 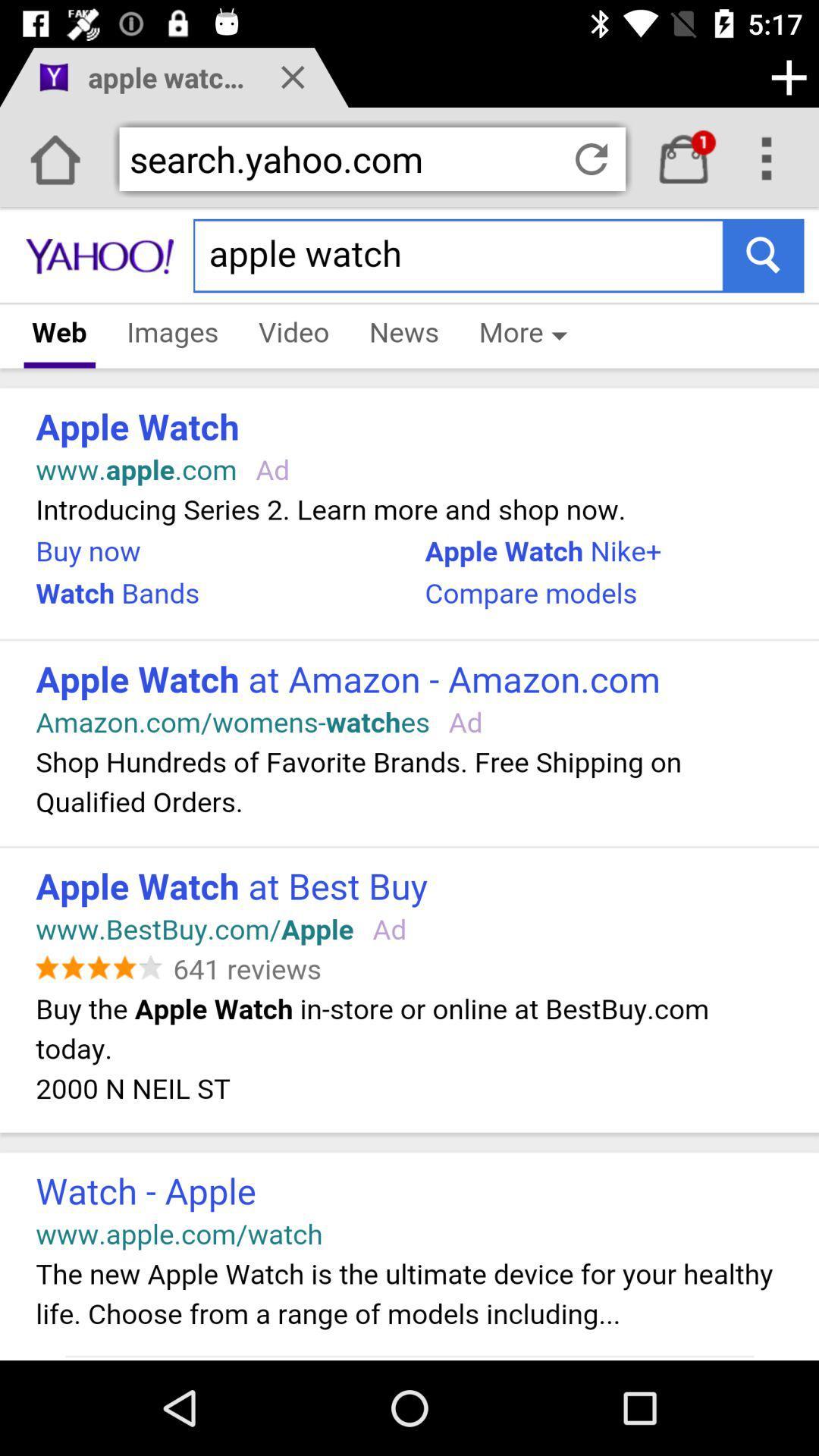 What do you see at coordinates (788, 77) in the screenshot?
I see `button` at bounding box center [788, 77].